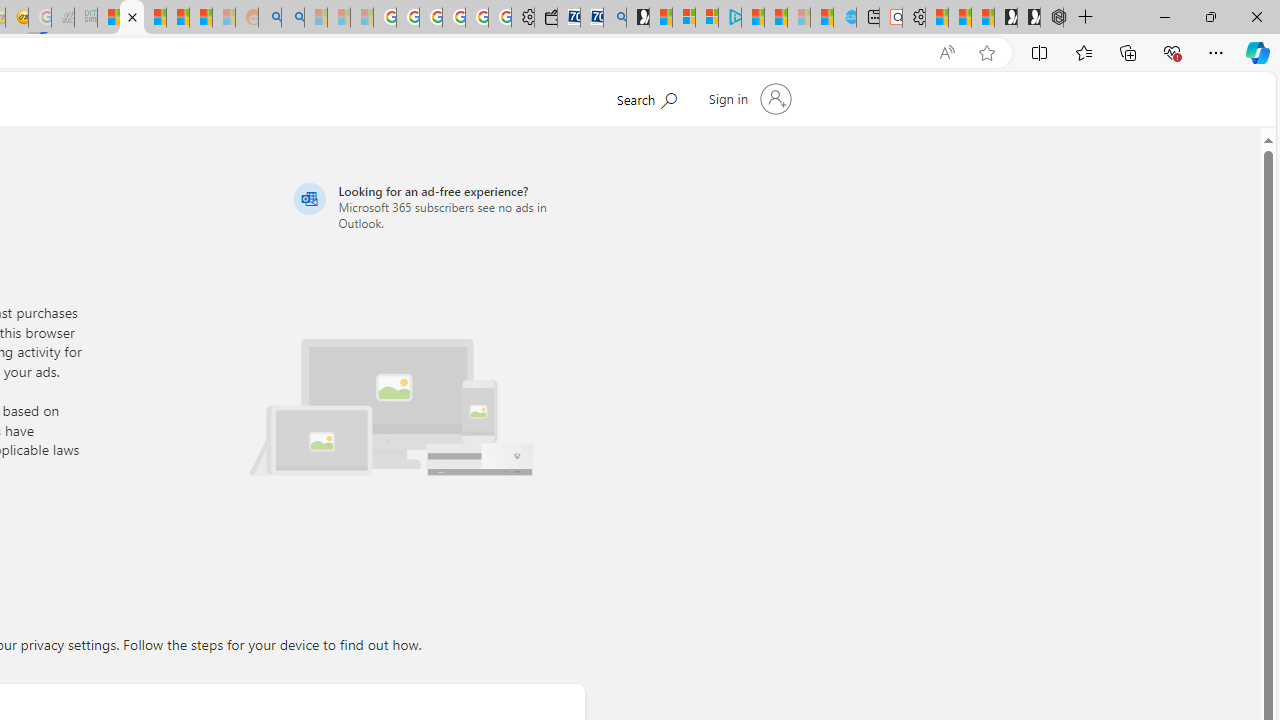  Describe the element at coordinates (200, 17) in the screenshot. I see `'Student Loan Update: Forgiveness Program Ends This Month'` at that location.